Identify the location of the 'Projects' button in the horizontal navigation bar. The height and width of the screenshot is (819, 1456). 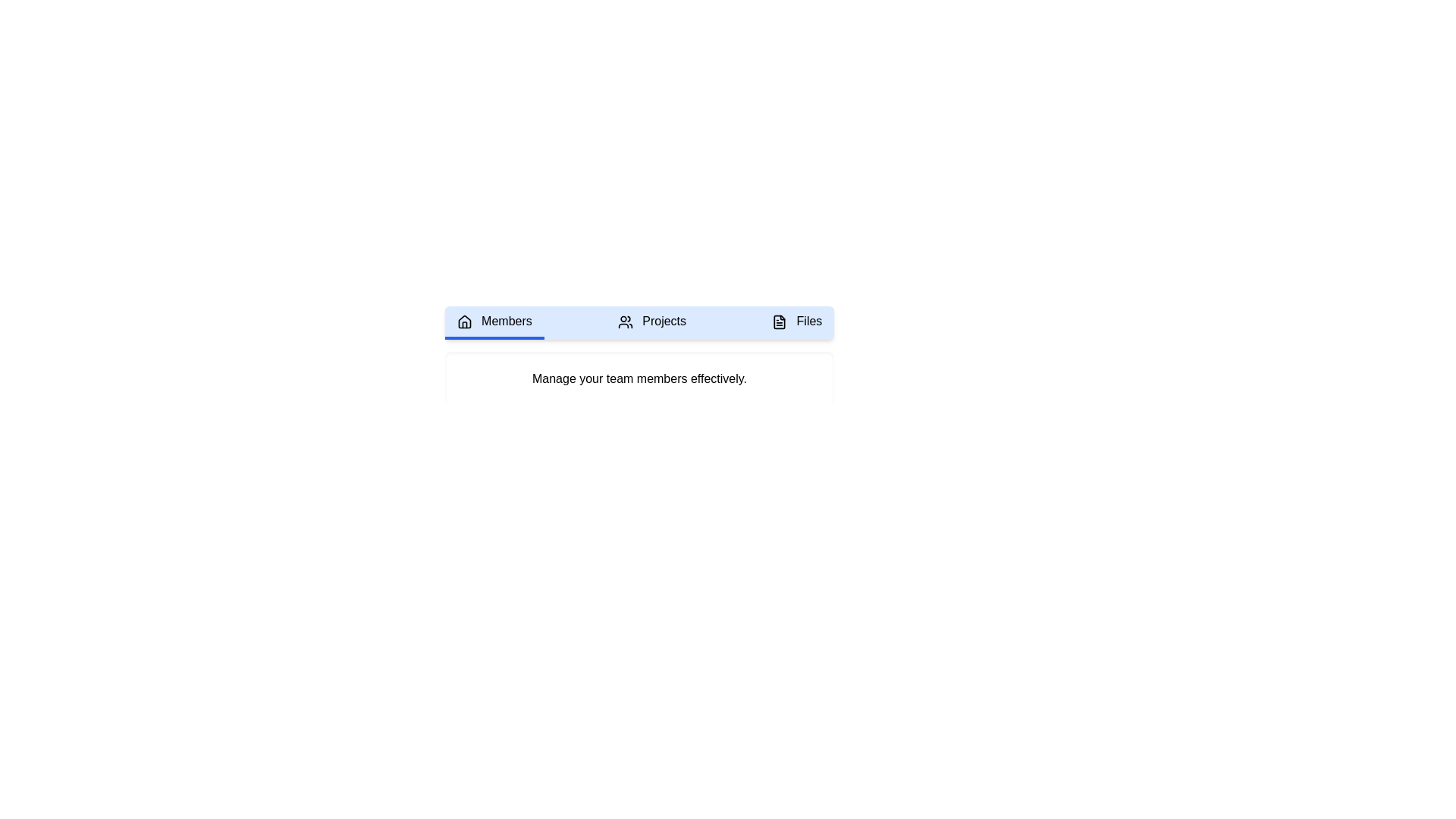
(651, 322).